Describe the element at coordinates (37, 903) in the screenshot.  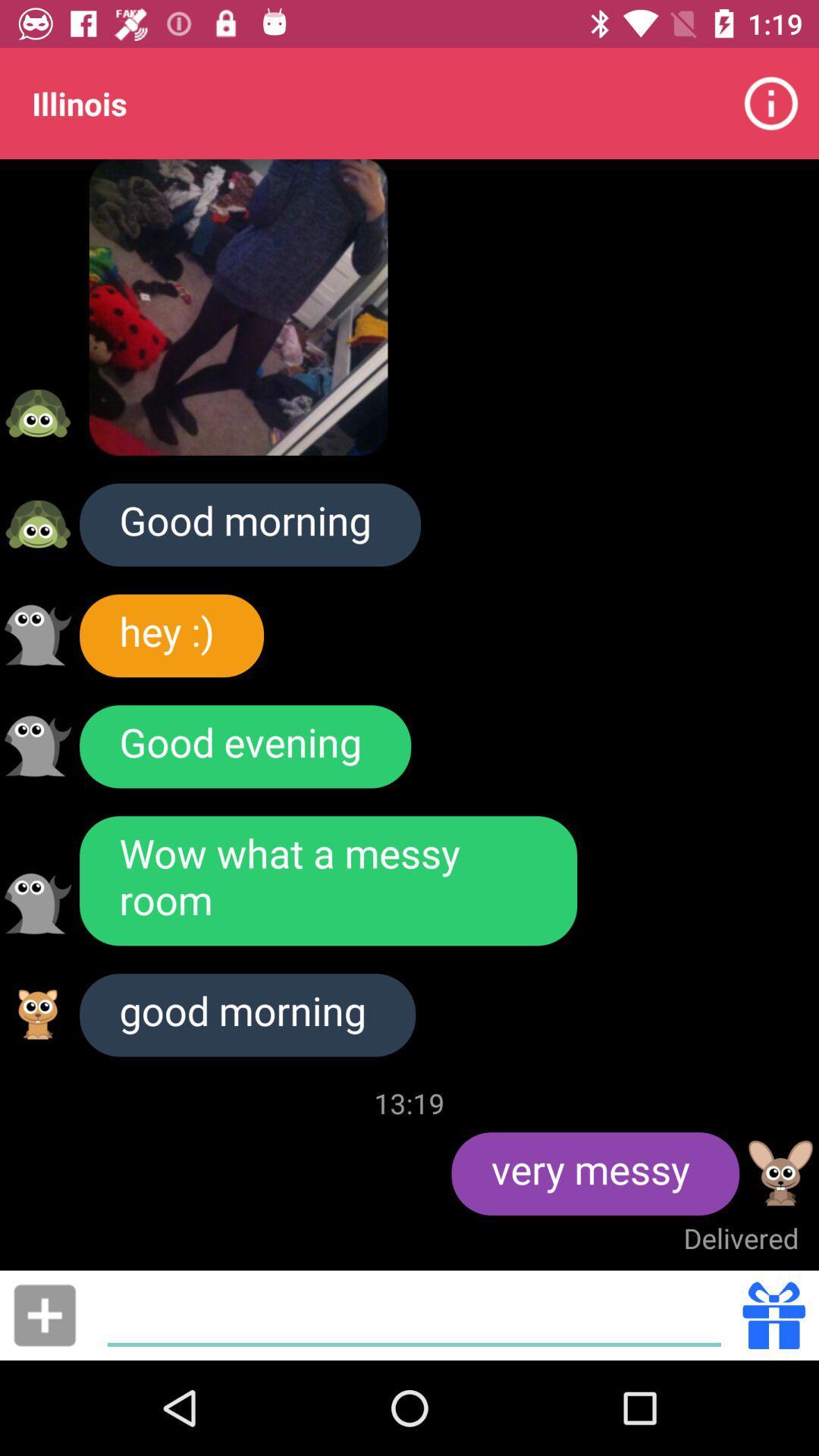
I see `chat participant avatar` at that location.